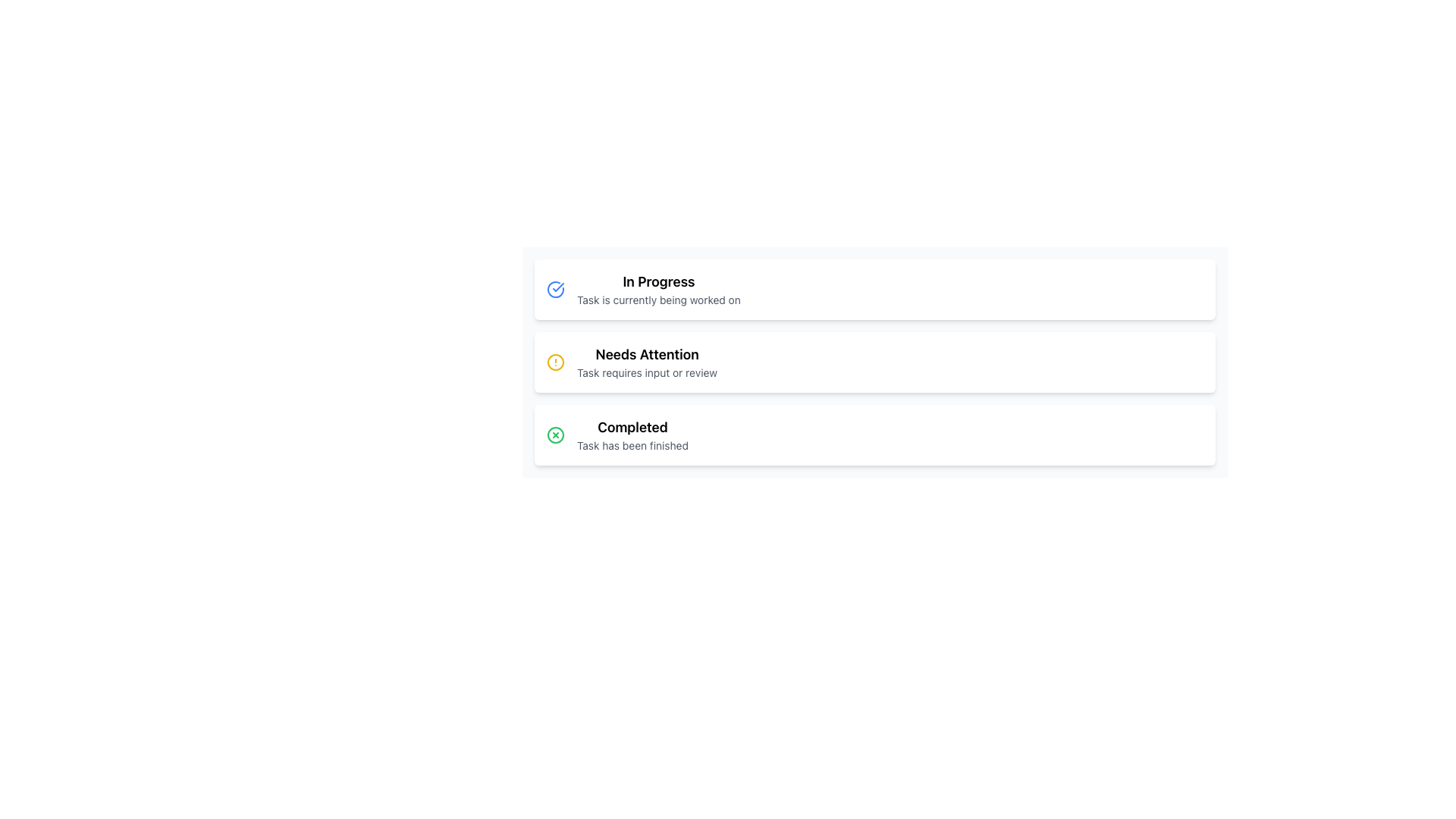 This screenshot has height=819, width=1456. I want to click on the Text Display with Icon that reads 'Needs Attention' and has a warning icon, for review, so click(647, 362).